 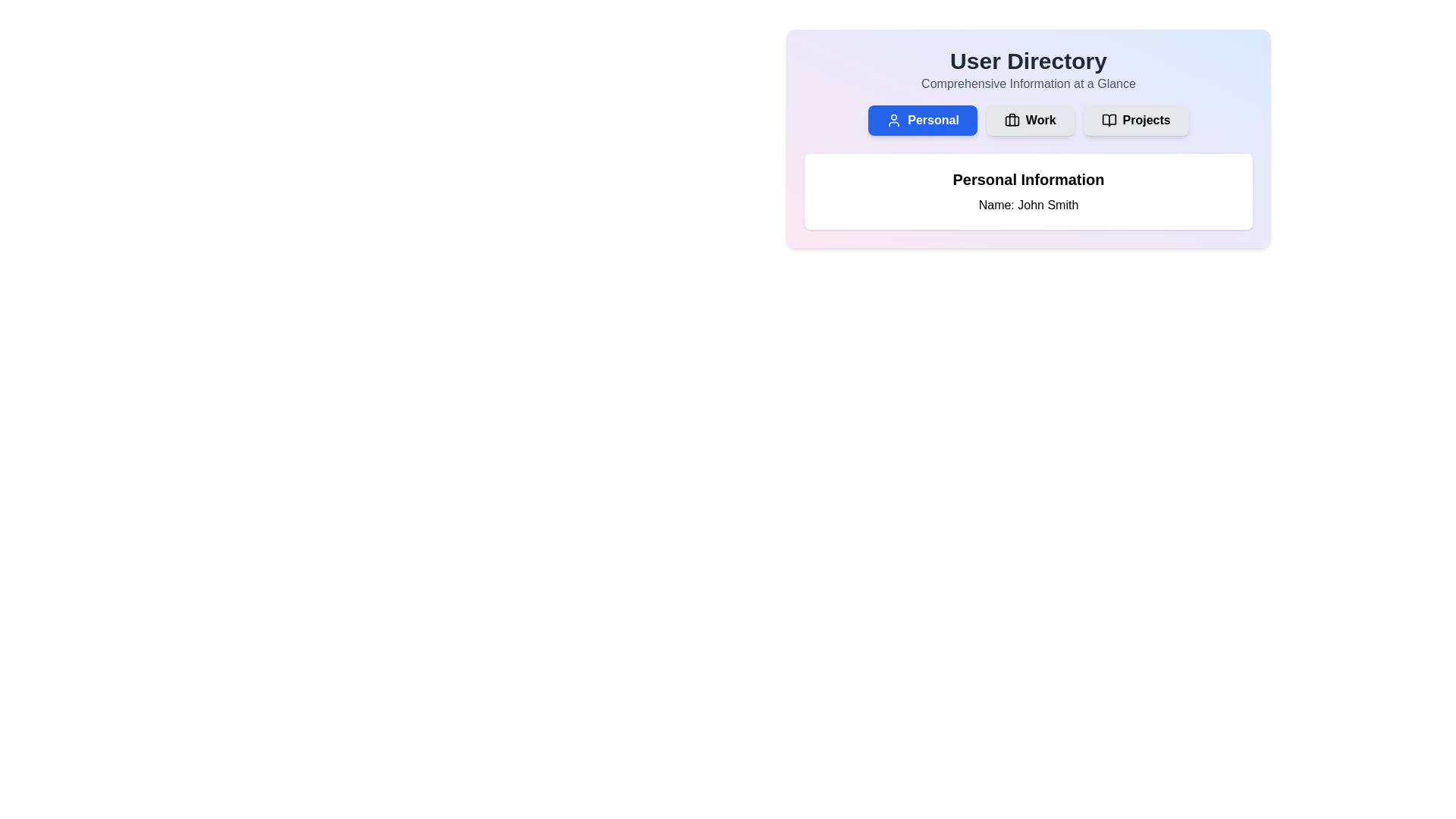 I want to click on the 'Projects' button, the third button in a group of three, so click(x=1136, y=119).